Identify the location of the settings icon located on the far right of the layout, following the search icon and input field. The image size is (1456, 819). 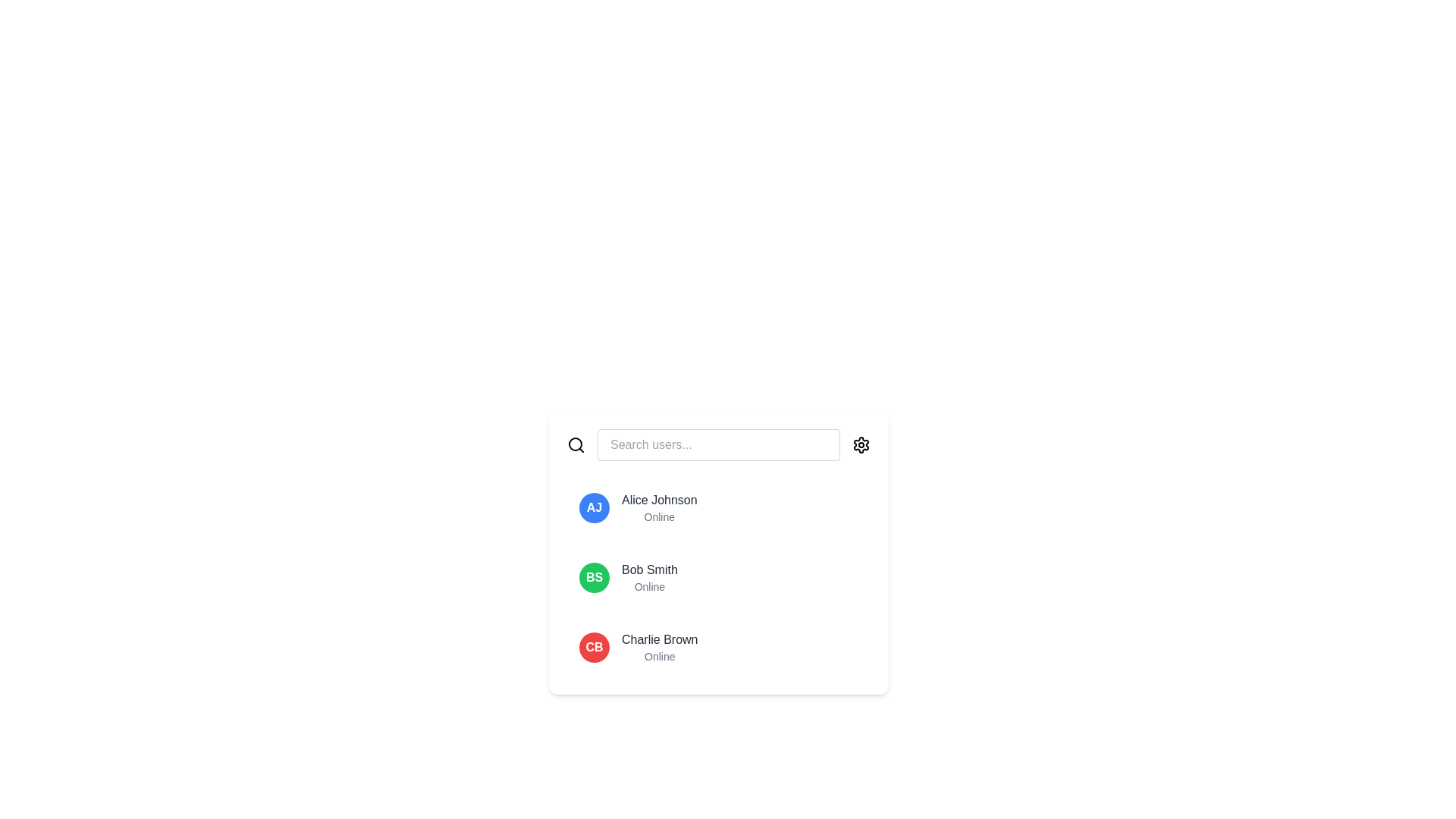
(861, 444).